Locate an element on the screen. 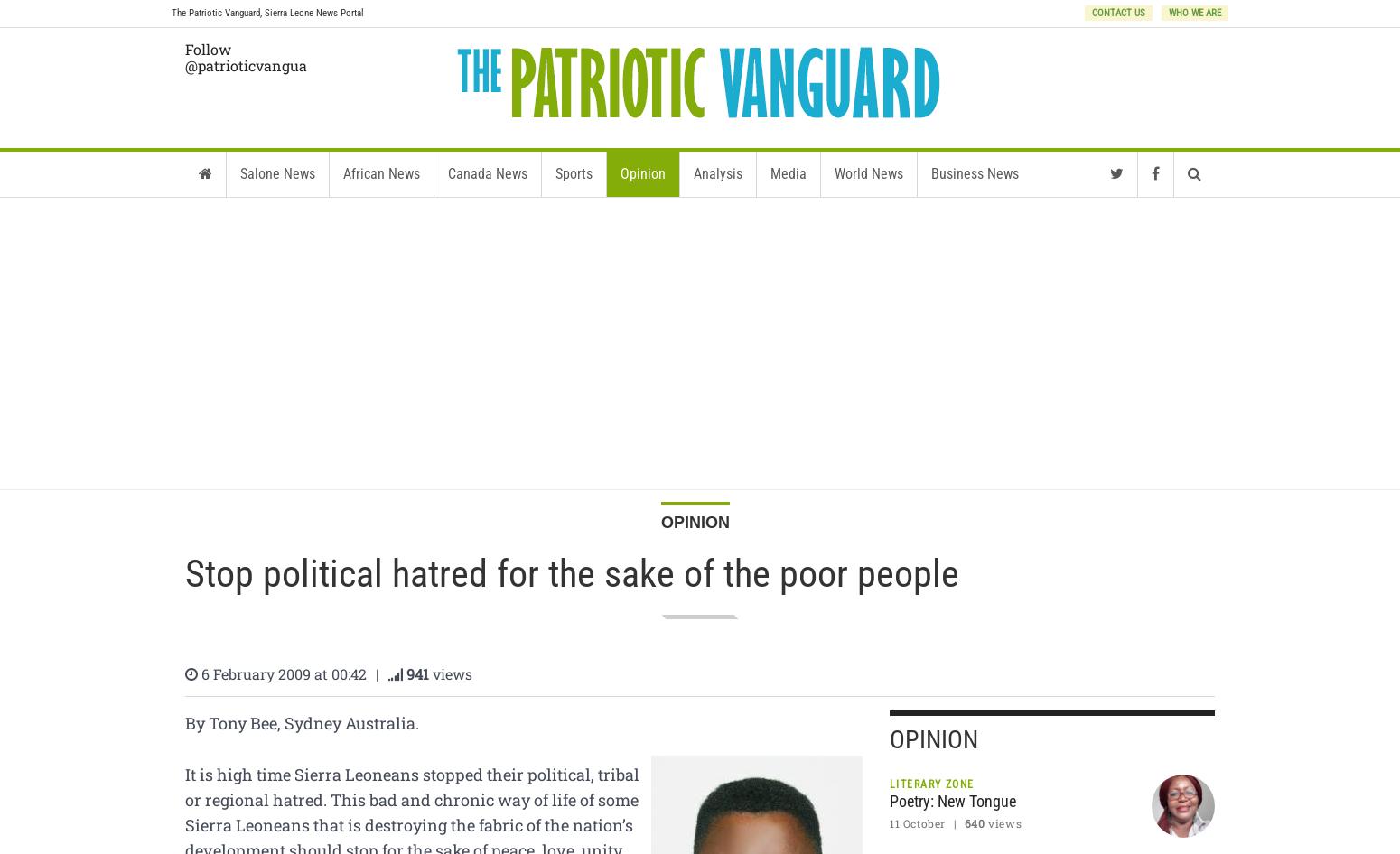 The width and height of the screenshot is (1400, 854). 'Analysis' is located at coordinates (716, 173).